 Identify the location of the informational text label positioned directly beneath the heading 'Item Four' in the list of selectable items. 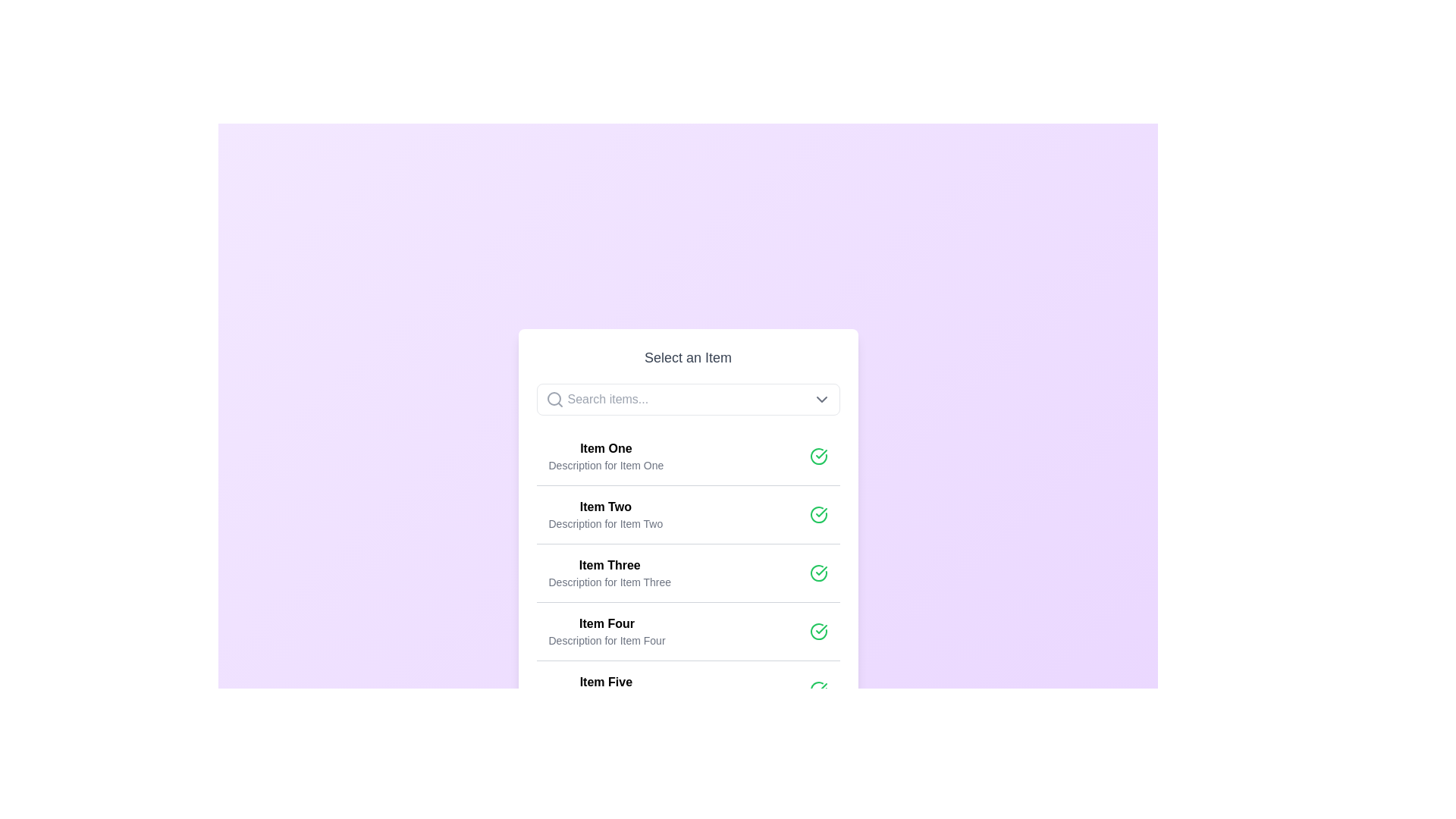
(607, 640).